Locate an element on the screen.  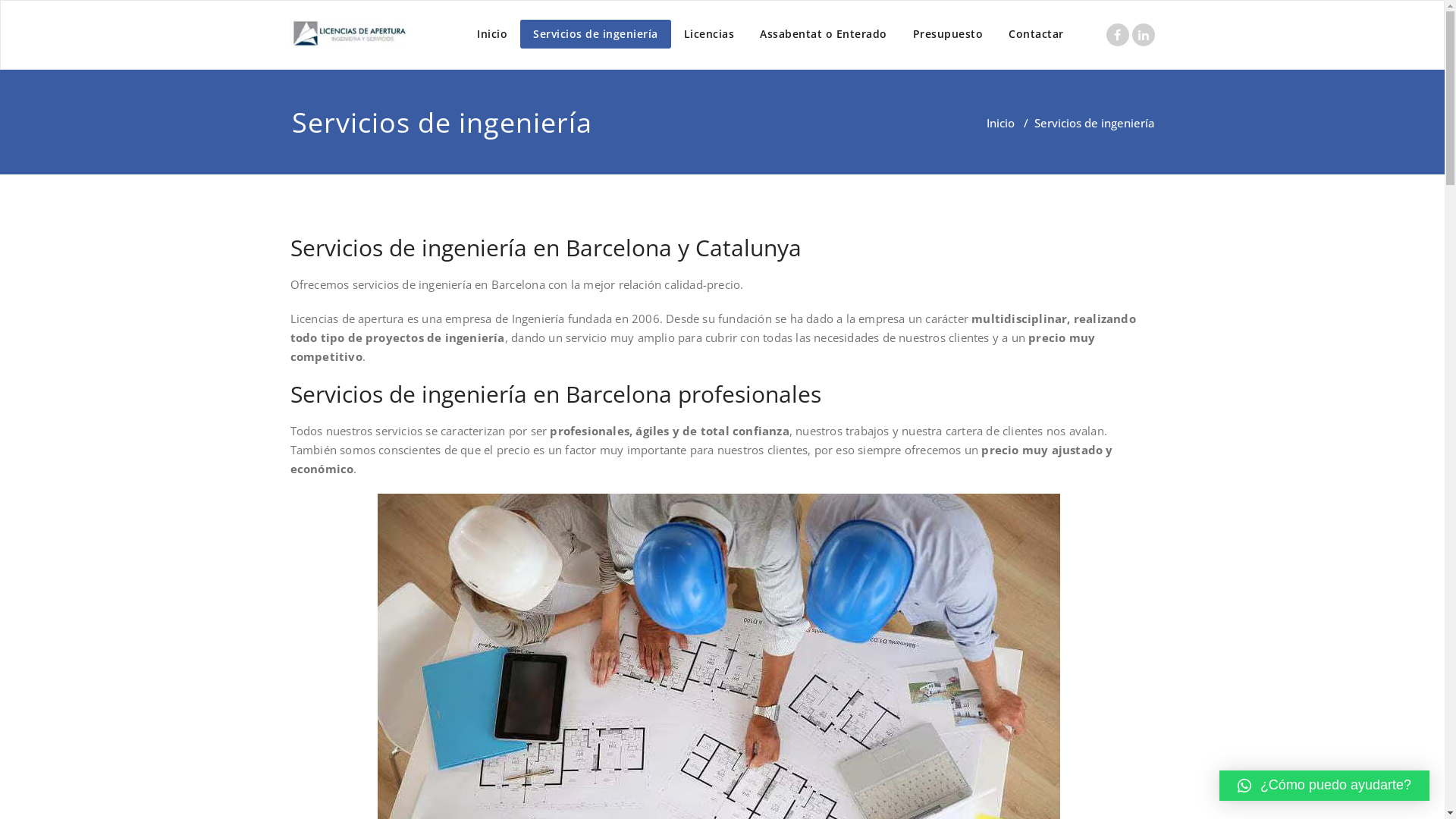
'Presupuesto' is located at coordinates (946, 34).